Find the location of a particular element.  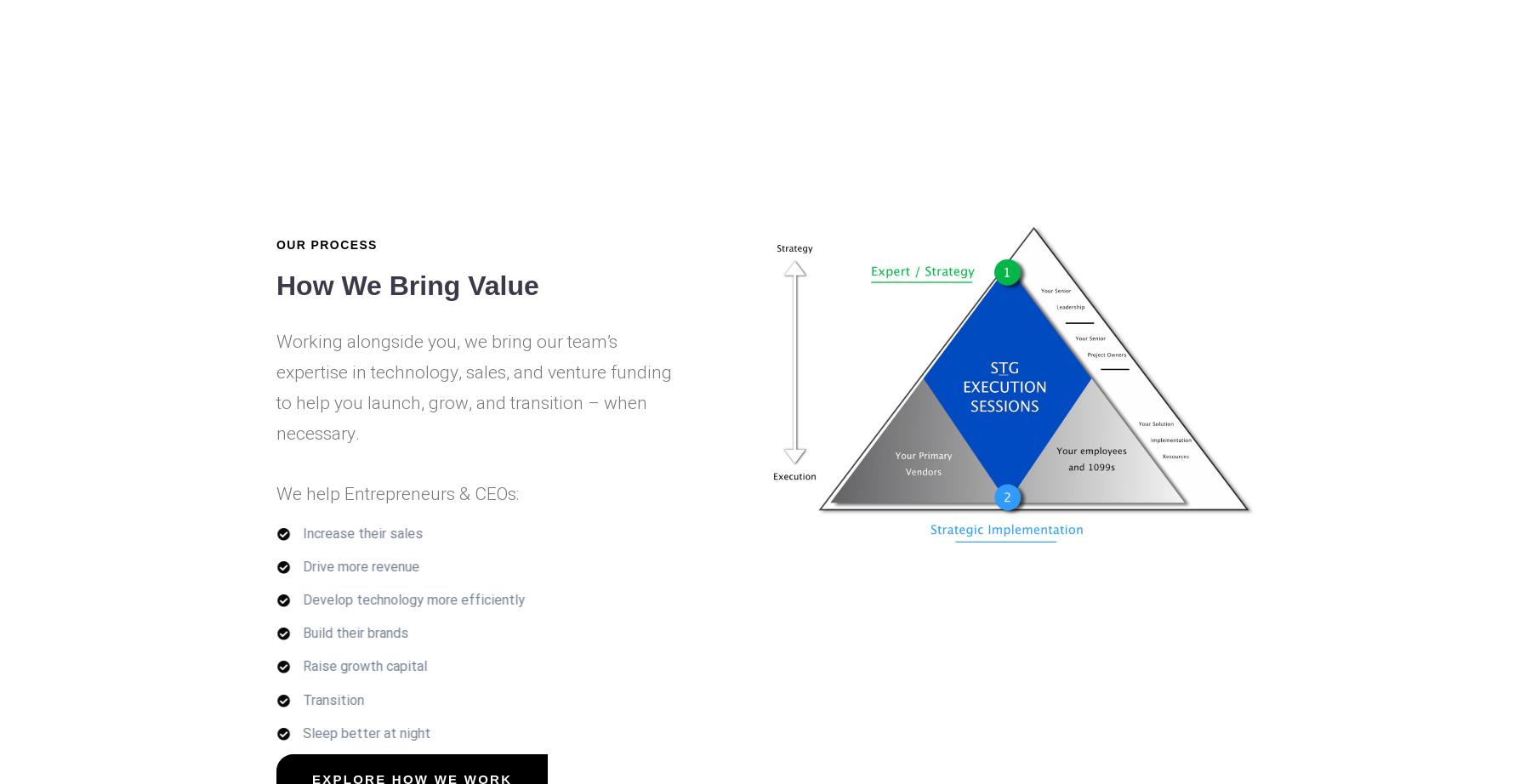

'Raise growth capital' is located at coordinates (364, 665).